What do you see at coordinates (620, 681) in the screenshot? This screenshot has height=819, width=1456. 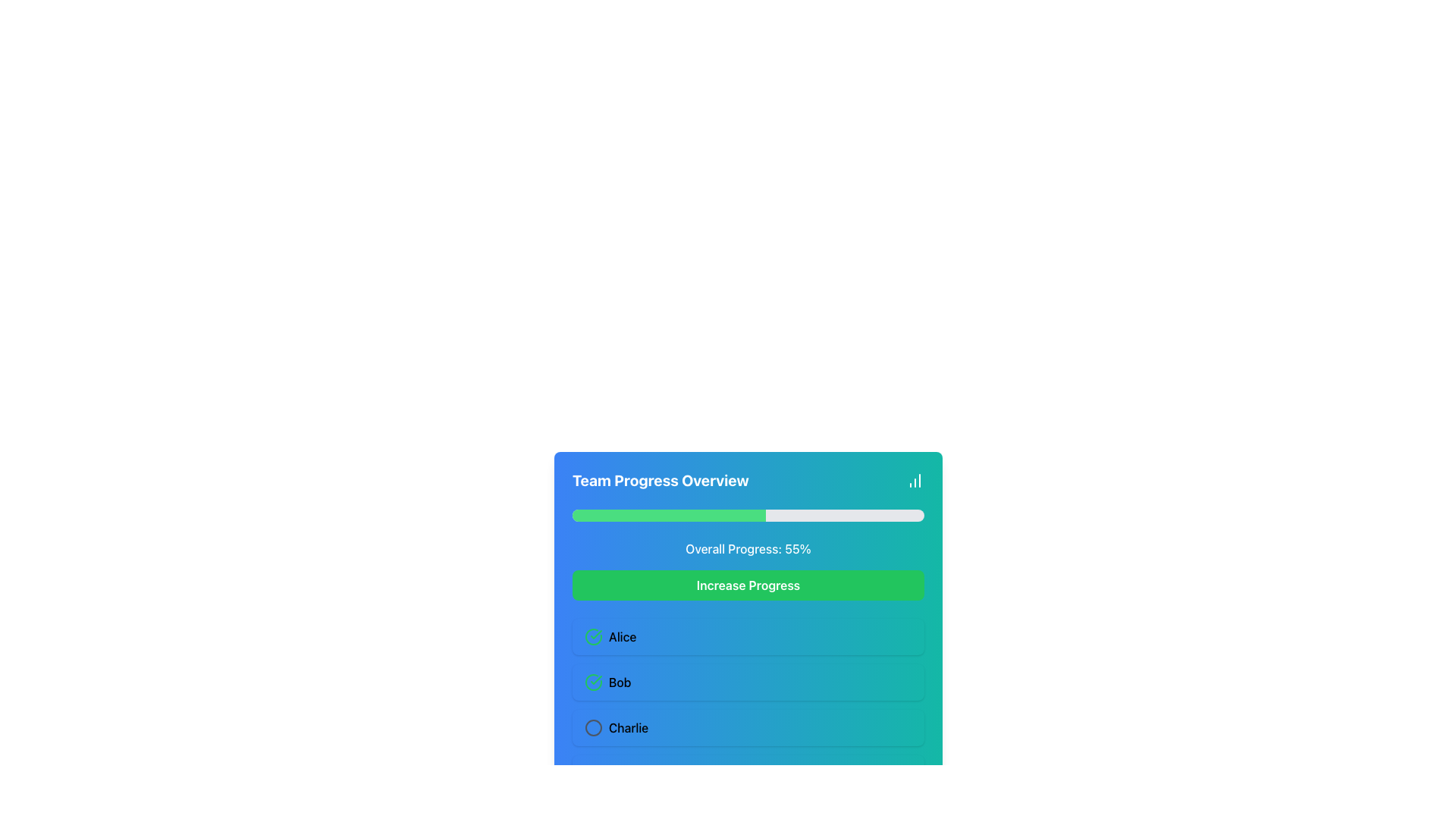 I see `text displayed in the text label containing the name 'Bob', which is located in the second list item of the vertical stack` at bounding box center [620, 681].